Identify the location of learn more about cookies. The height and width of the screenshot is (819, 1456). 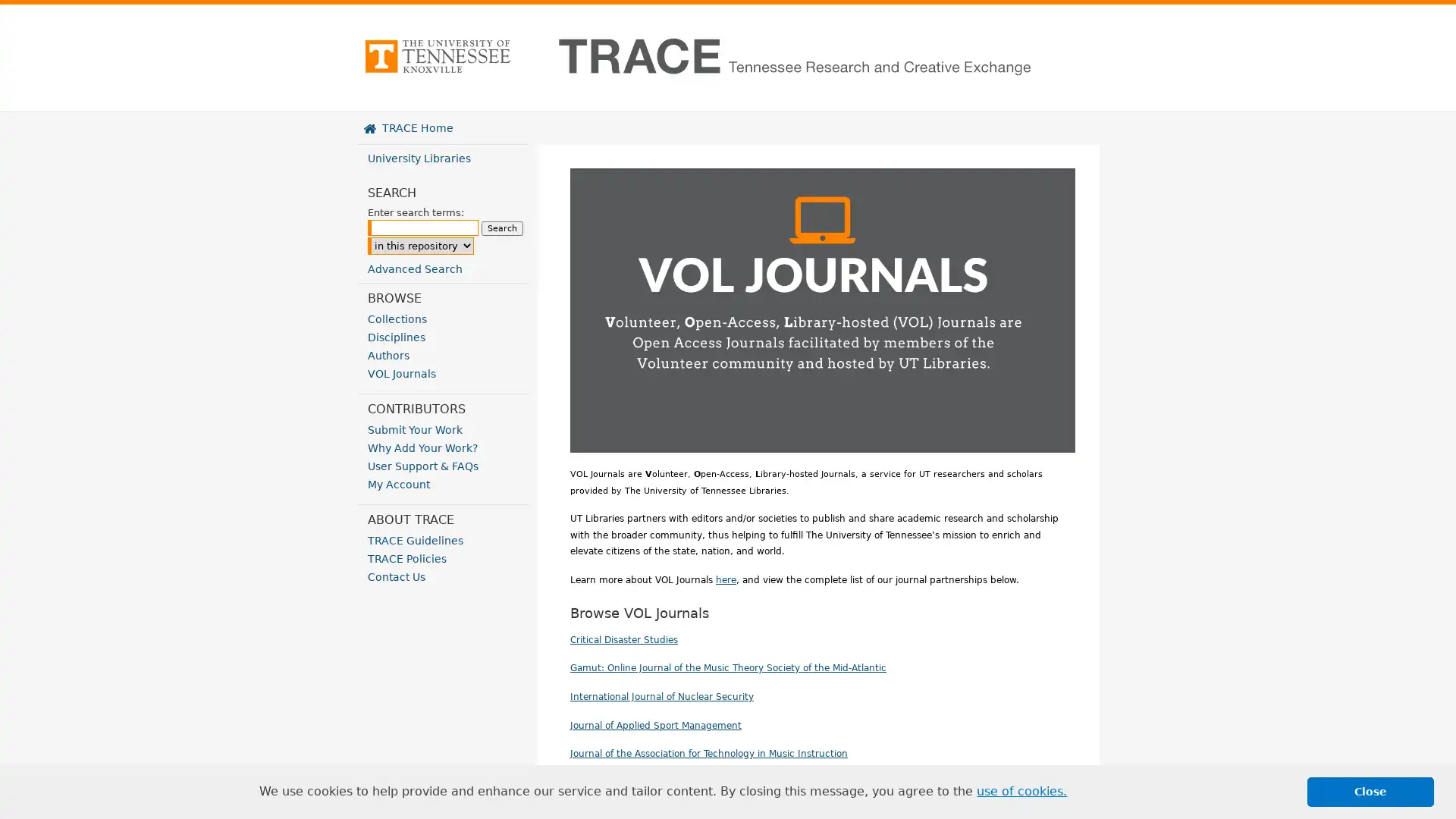
(1021, 791).